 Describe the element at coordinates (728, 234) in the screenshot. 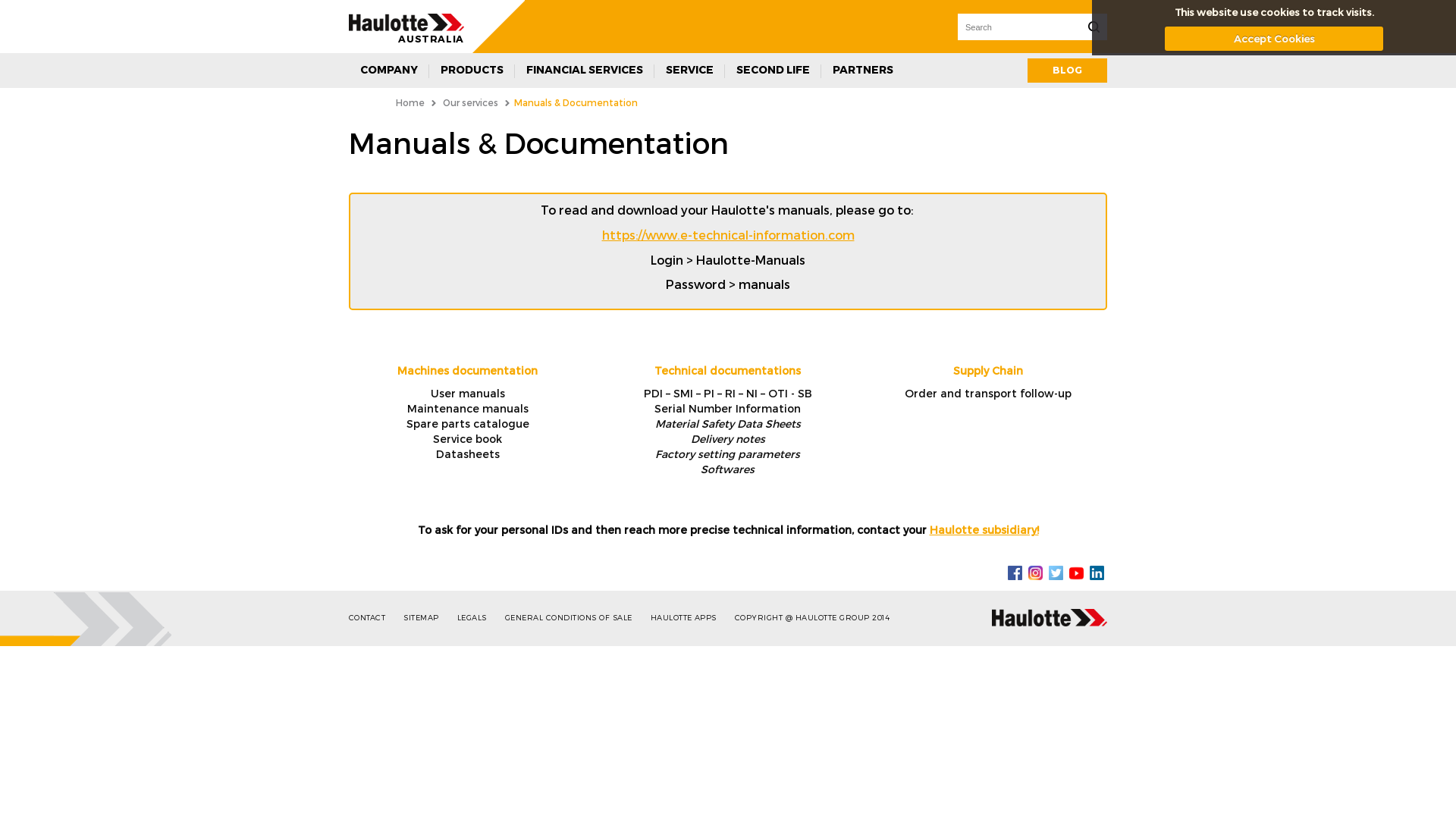

I see `'https://www.e-technical-information.com'` at that location.